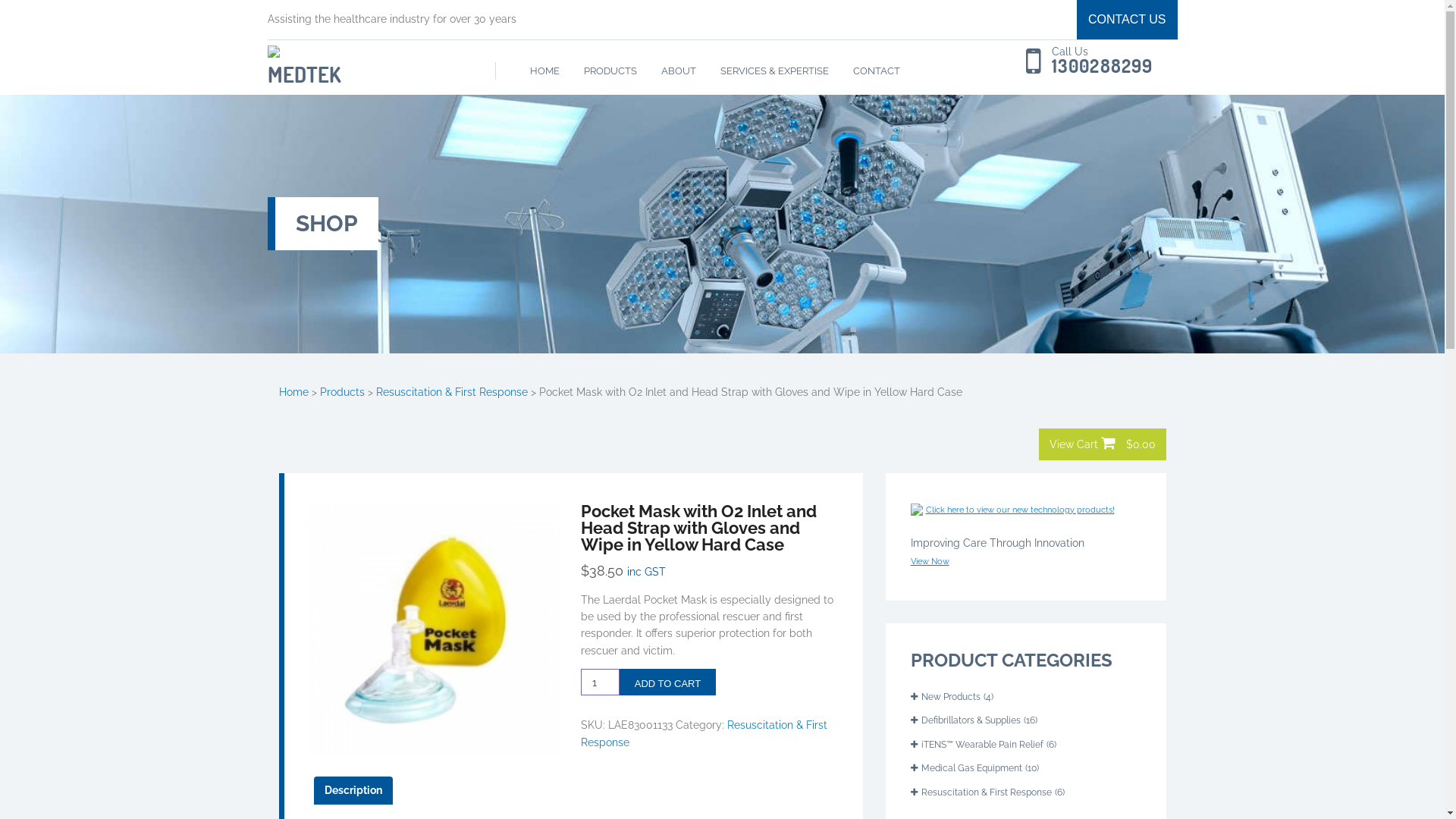 The height and width of the screenshot is (819, 1456). What do you see at coordinates (877, 71) in the screenshot?
I see `'CONTACT'` at bounding box center [877, 71].